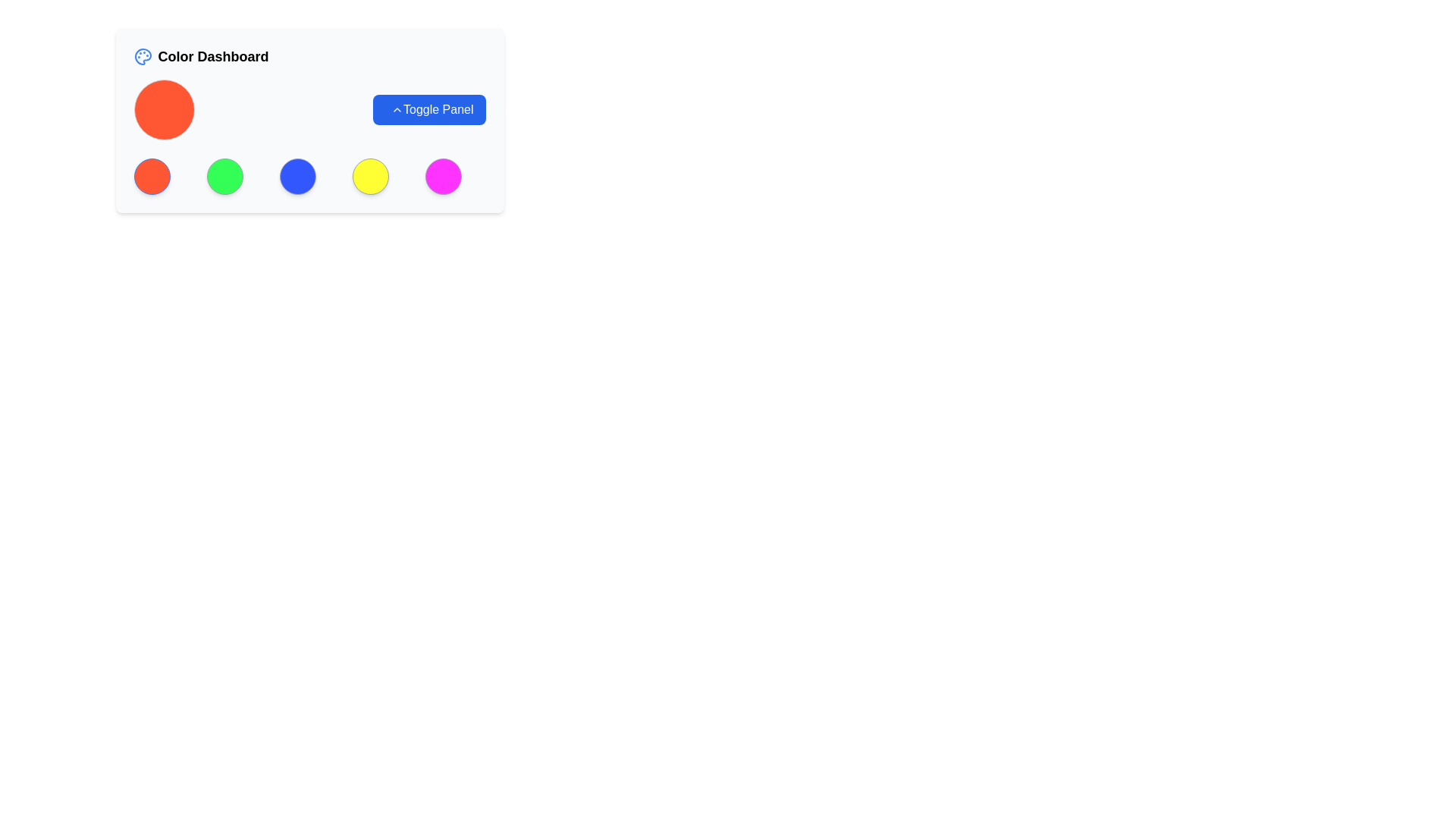 The width and height of the screenshot is (1456, 819). Describe the element at coordinates (397, 109) in the screenshot. I see `the upward-pointing chevron icon located on the right side within the 'Toggle Panel' button` at that location.